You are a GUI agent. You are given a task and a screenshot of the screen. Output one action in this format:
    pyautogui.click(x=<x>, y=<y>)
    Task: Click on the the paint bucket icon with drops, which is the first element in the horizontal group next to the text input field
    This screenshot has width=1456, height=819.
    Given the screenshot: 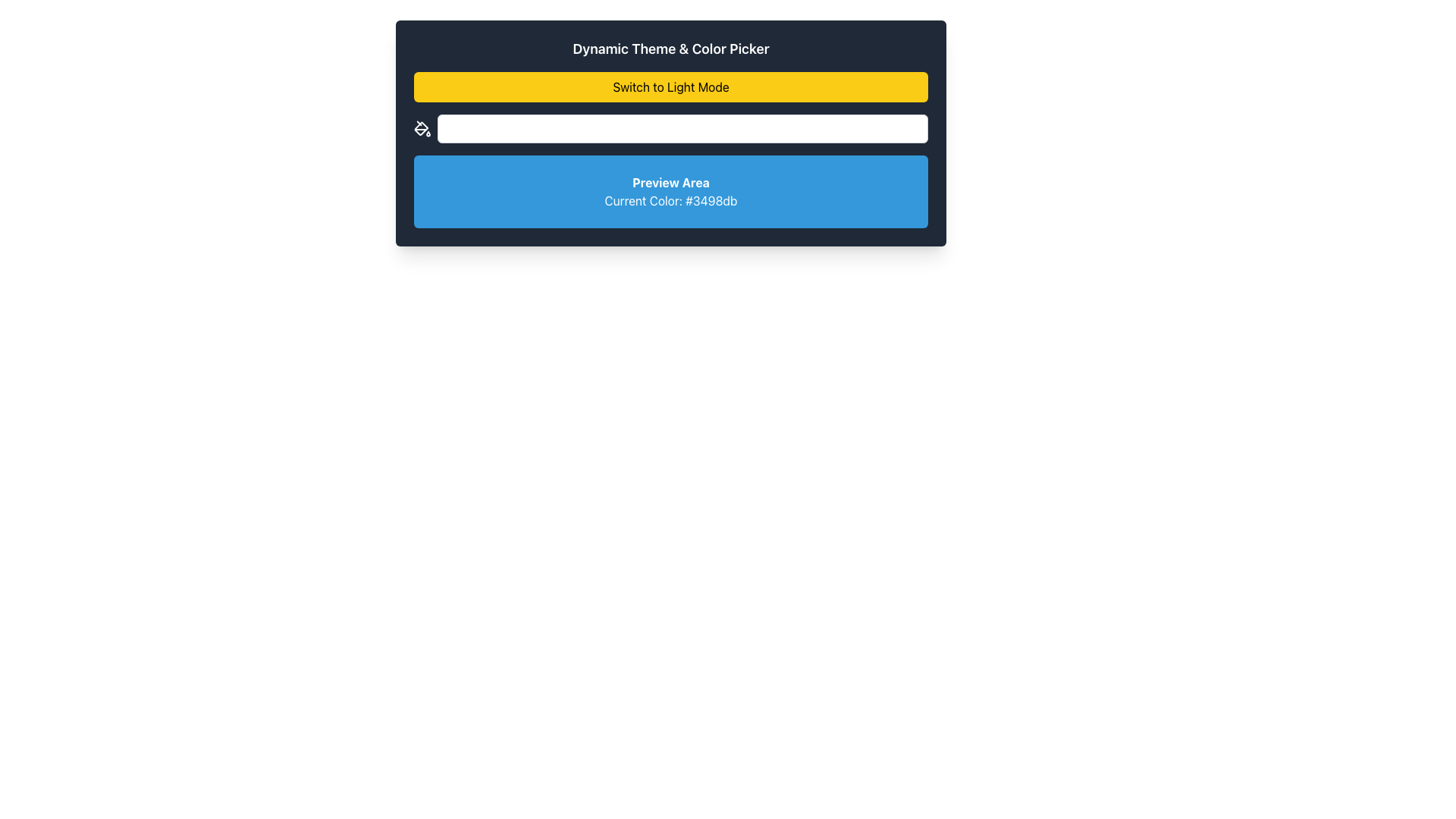 What is the action you would take?
    pyautogui.click(x=422, y=127)
    